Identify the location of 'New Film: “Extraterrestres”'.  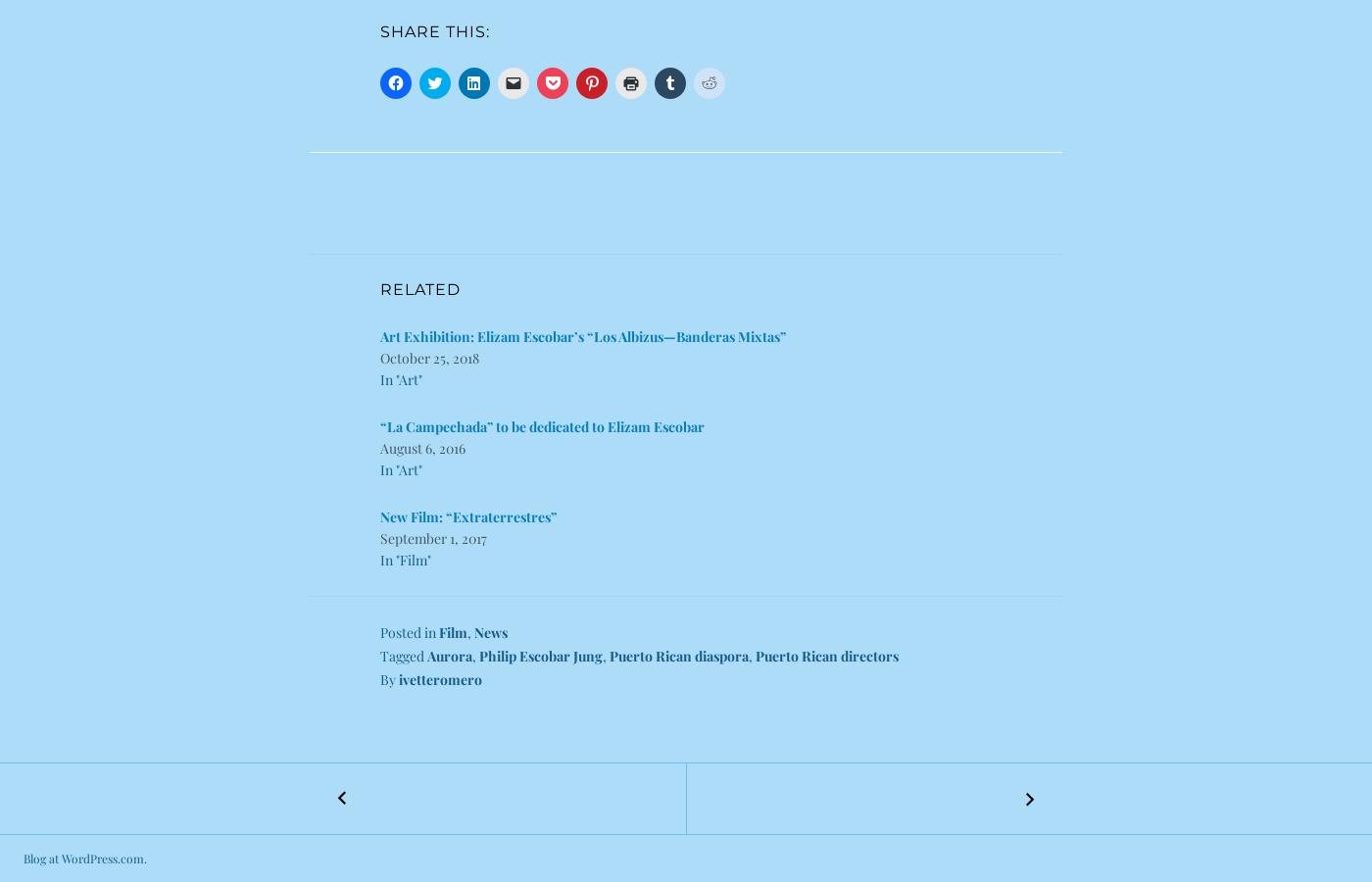
(466, 515).